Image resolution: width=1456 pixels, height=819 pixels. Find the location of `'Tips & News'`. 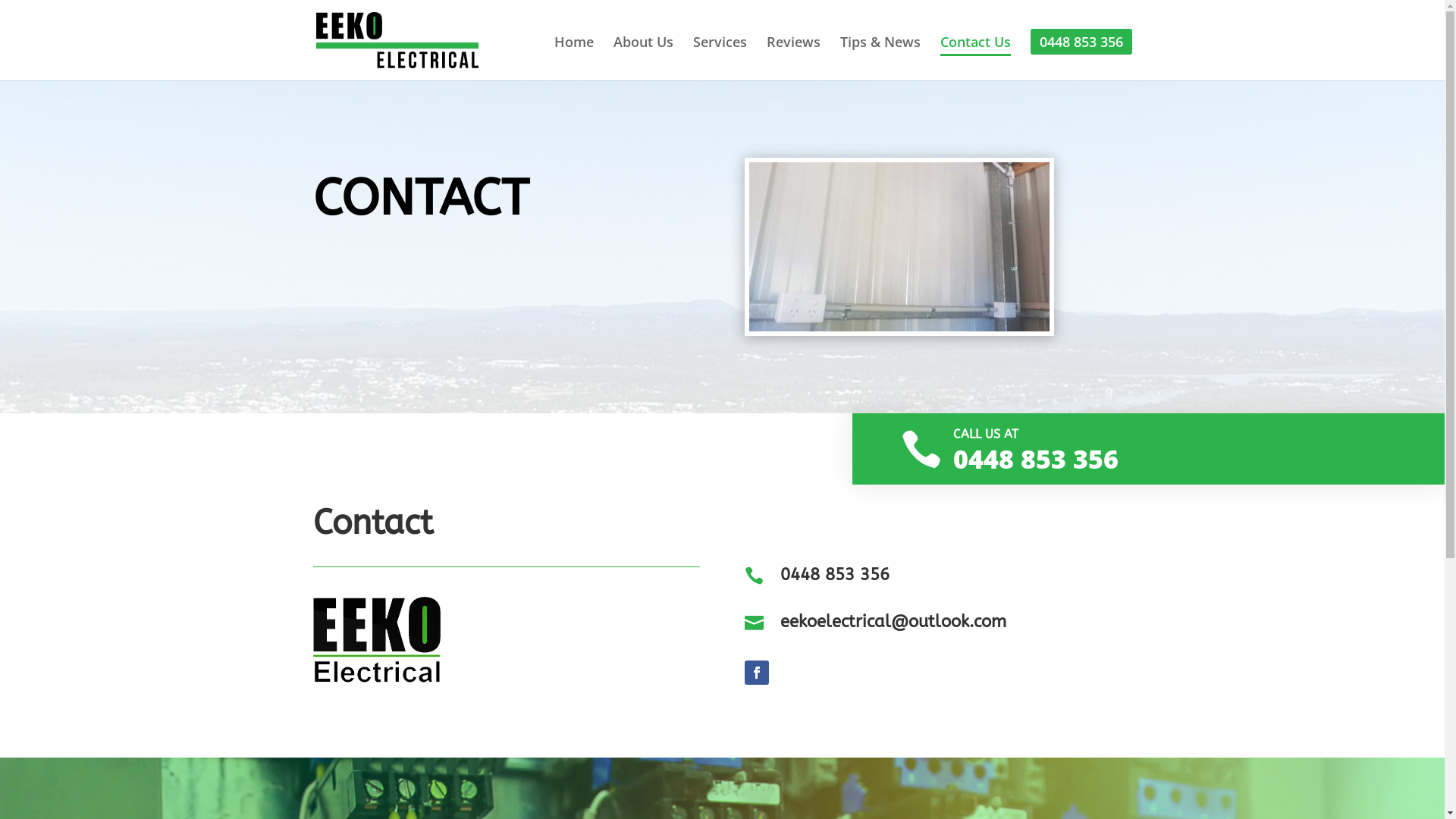

'Tips & News' is located at coordinates (880, 55).